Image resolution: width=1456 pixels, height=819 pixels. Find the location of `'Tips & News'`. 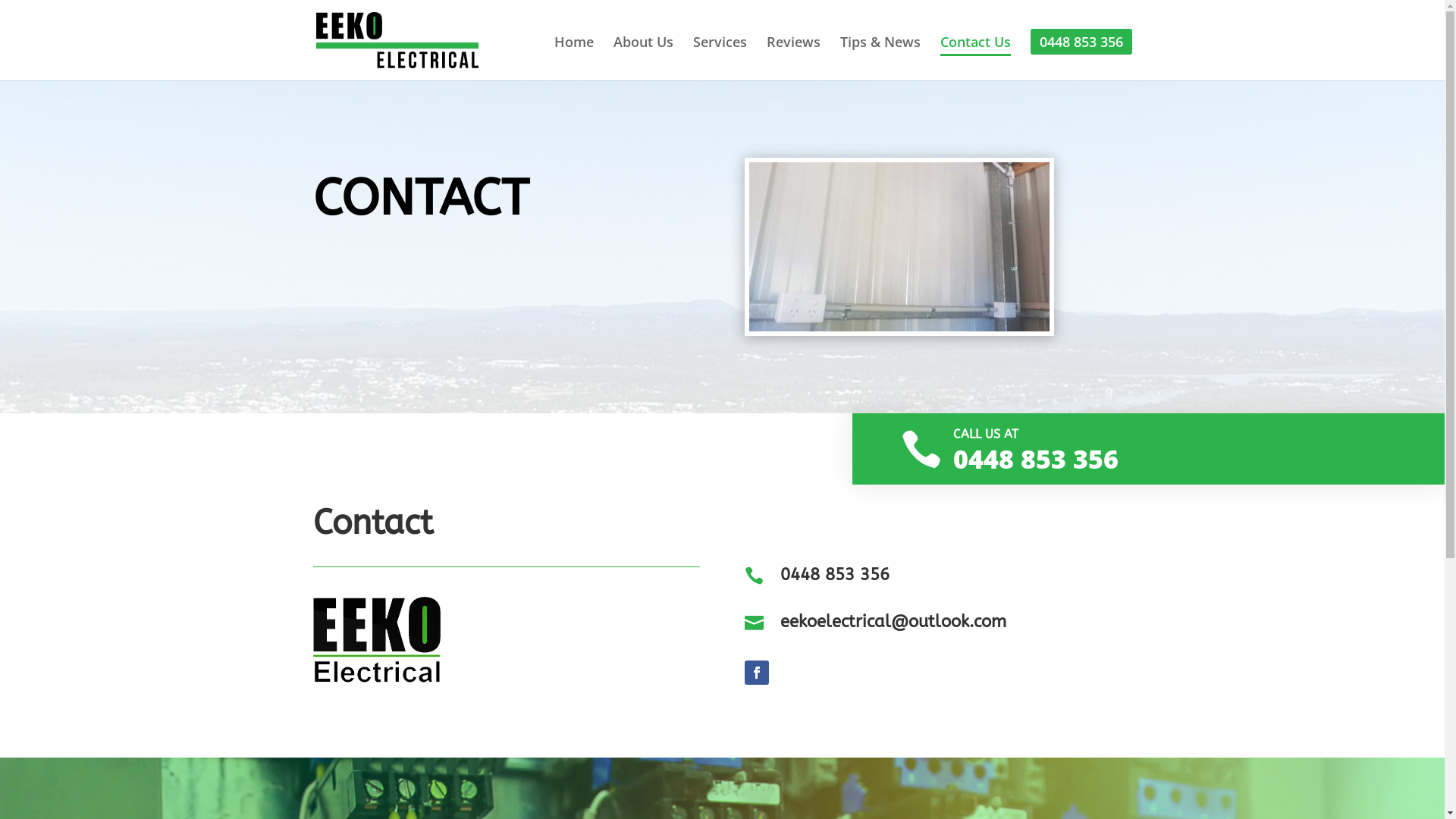

'Tips & News' is located at coordinates (880, 55).